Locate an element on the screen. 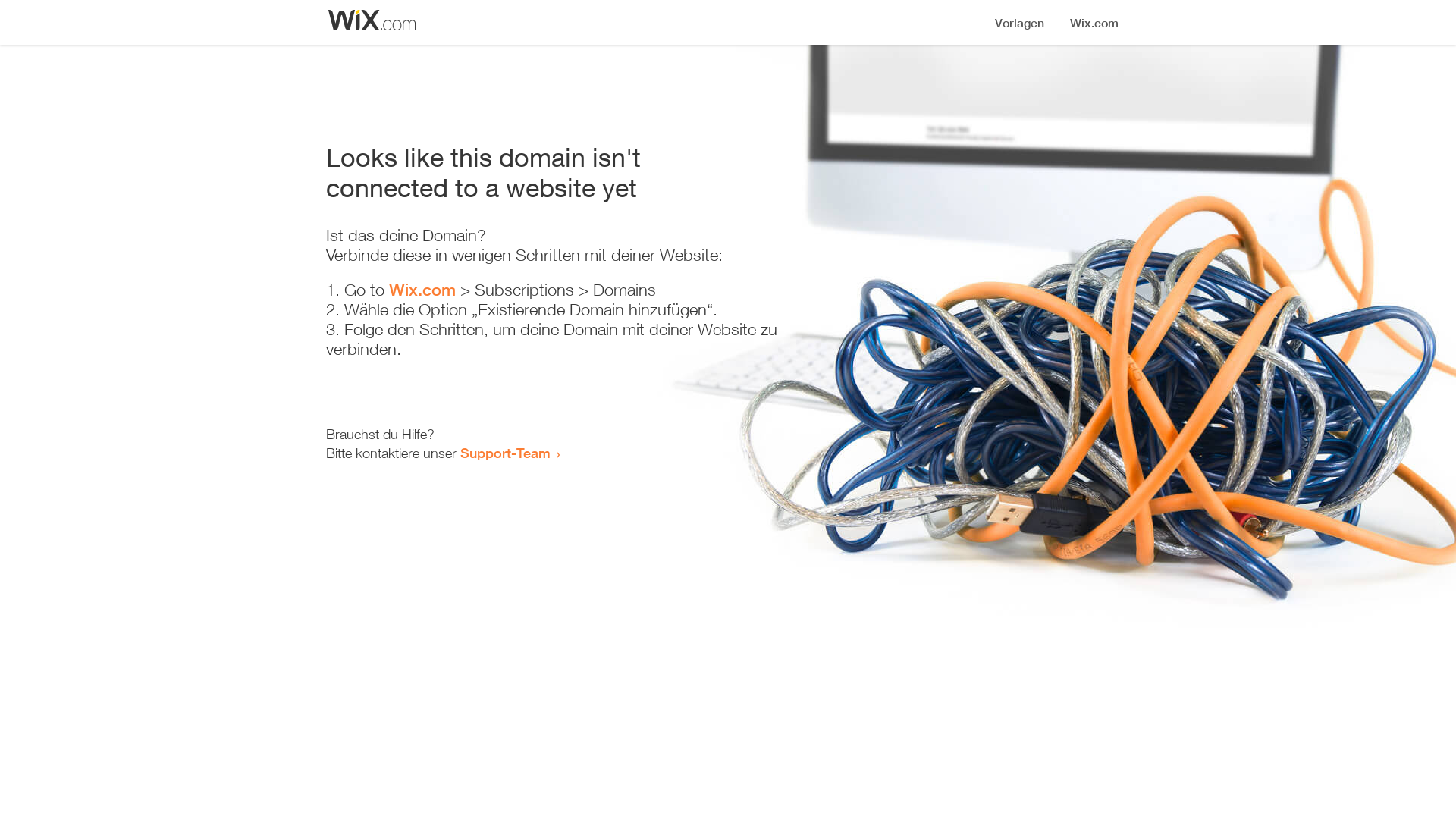  'Wix.com' is located at coordinates (422, 289).